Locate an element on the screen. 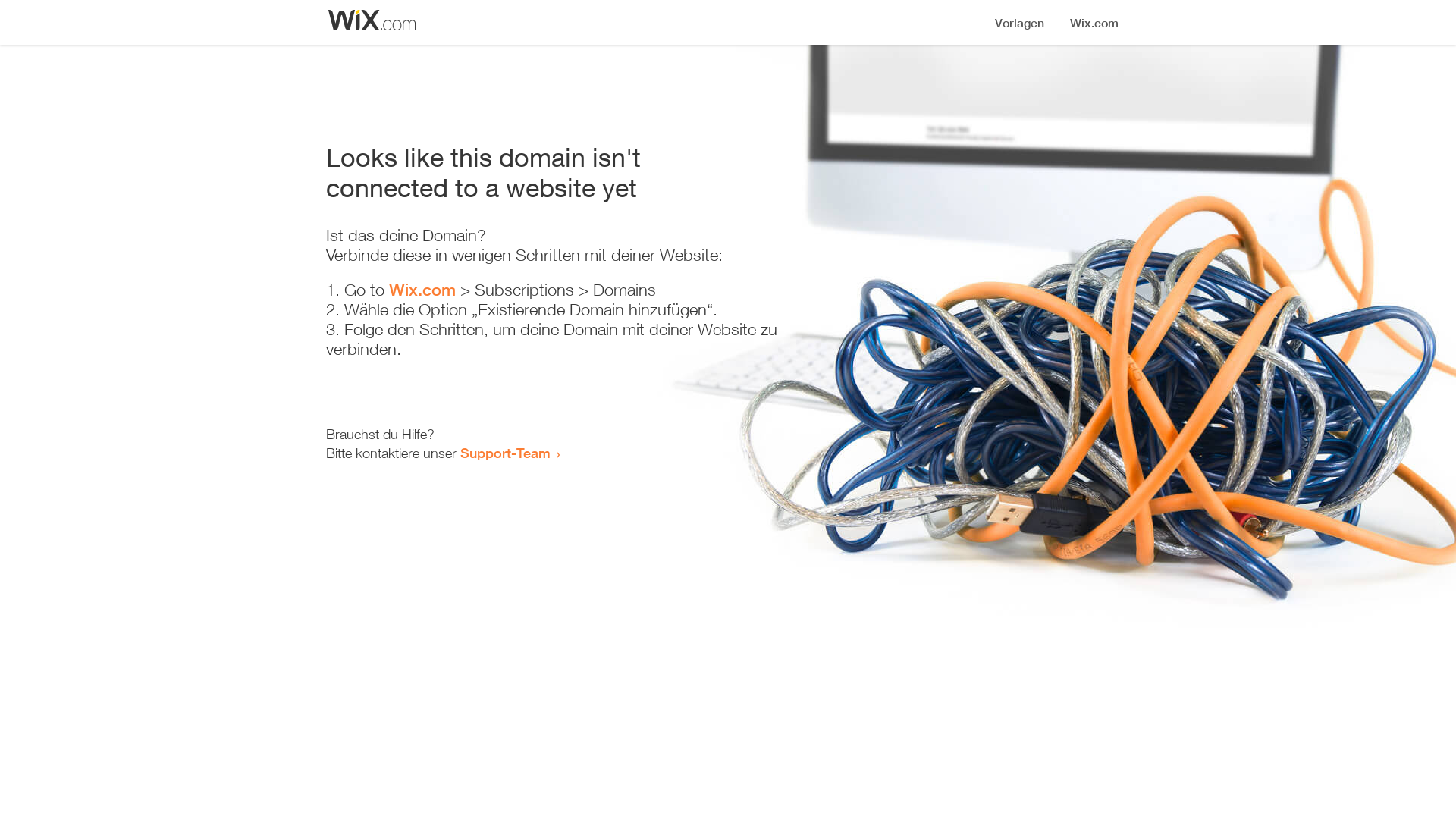  'Wix.com' is located at coordinates (422, 289).